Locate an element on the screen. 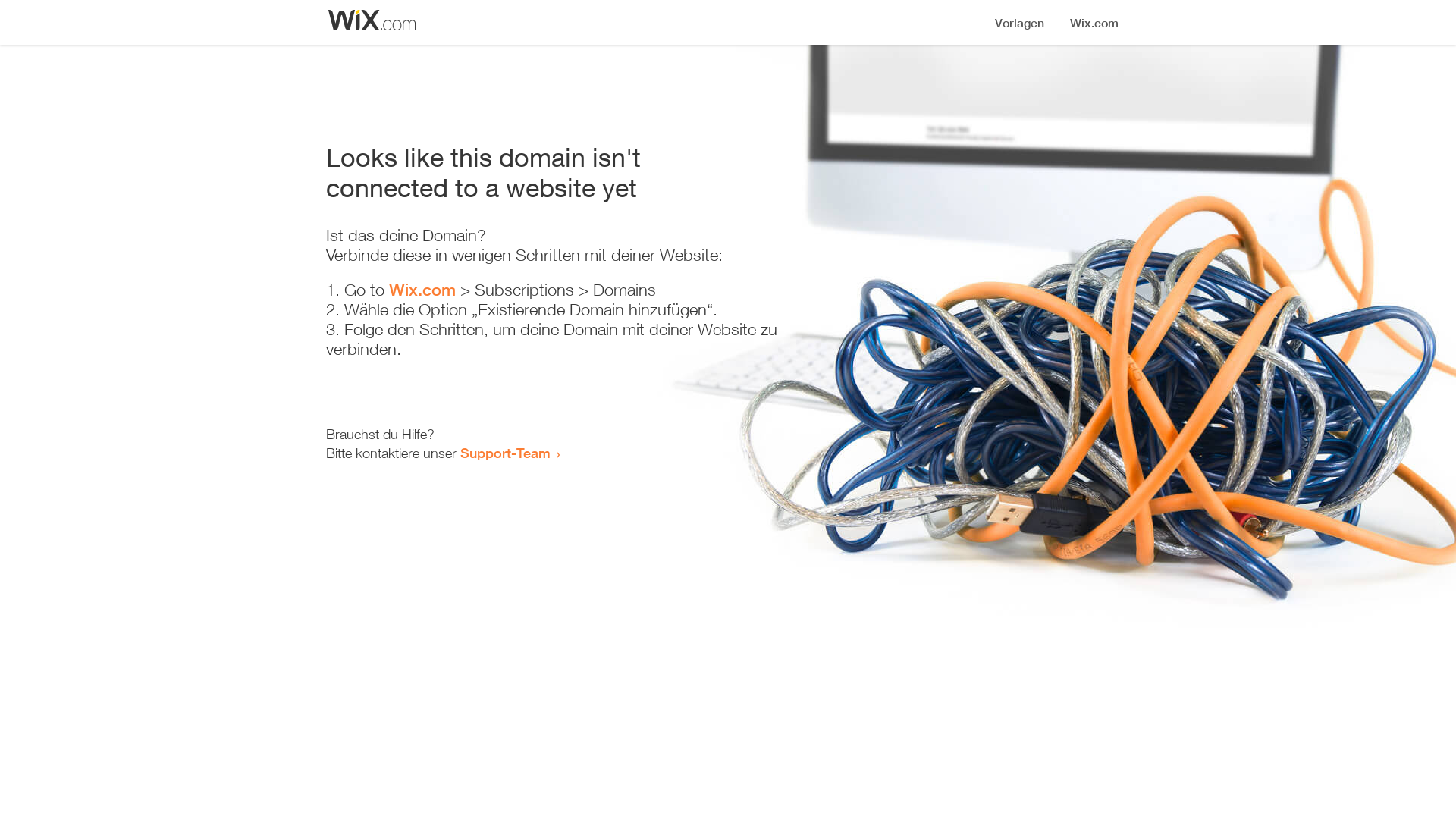  'Wix.com' is located at coordinates (422, 289).